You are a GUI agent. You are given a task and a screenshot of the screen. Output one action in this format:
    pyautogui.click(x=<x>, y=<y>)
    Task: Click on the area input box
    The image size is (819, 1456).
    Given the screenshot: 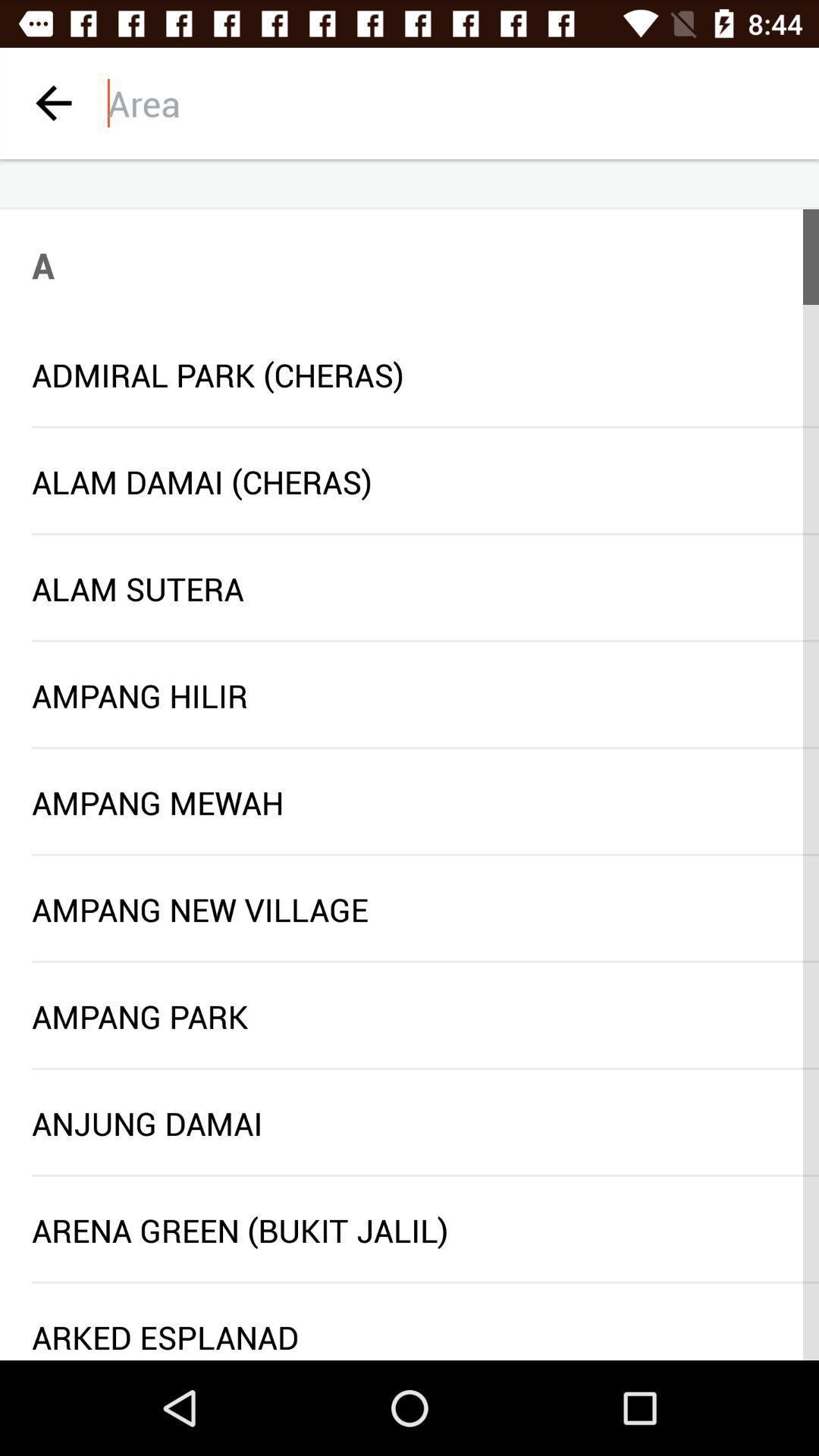 What is the action you would take?
    pyautogui.click(x=462, y=102)
    